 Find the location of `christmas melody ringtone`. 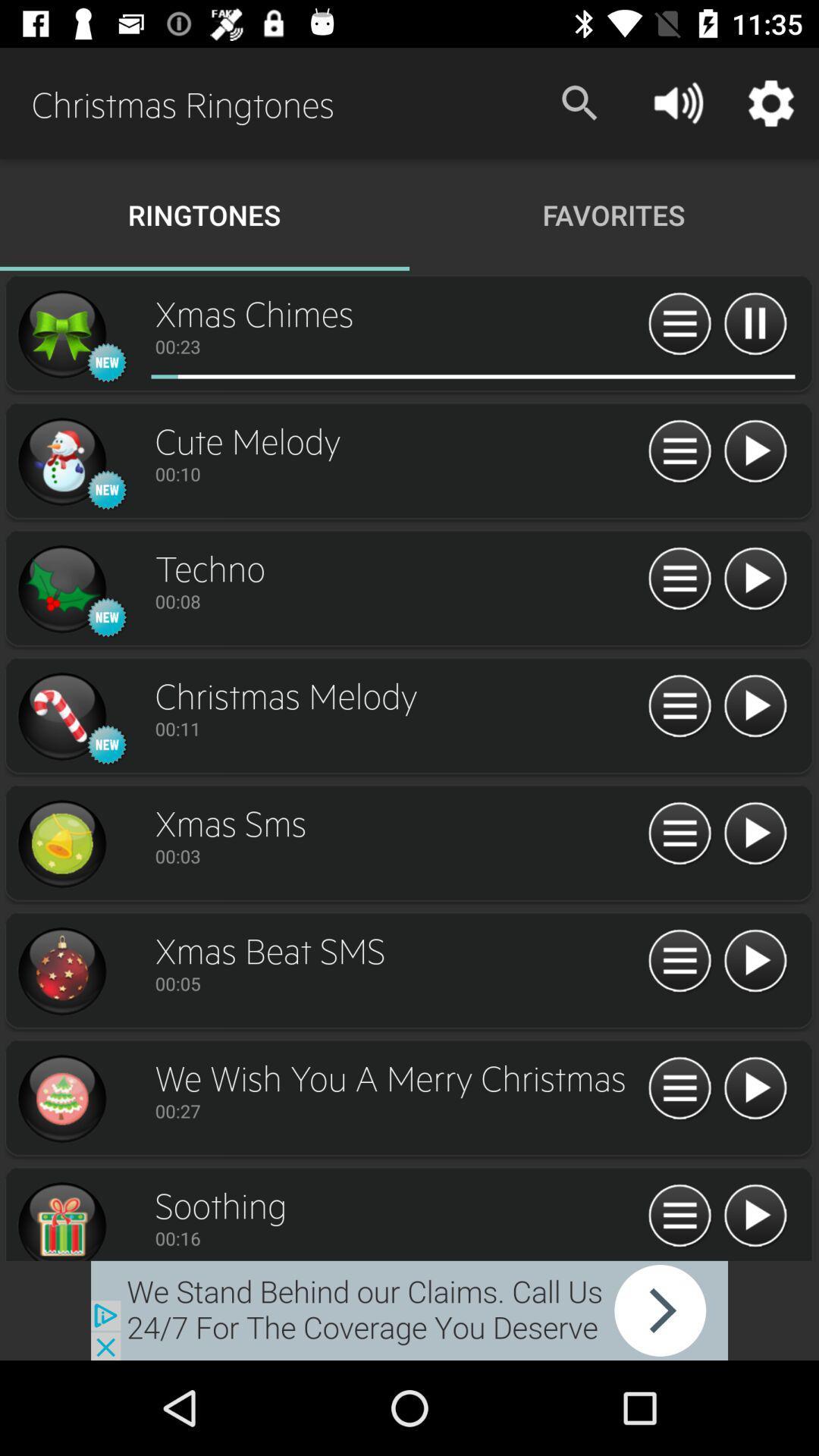

christmas melody ringtone is located at coordinates (755, 706).